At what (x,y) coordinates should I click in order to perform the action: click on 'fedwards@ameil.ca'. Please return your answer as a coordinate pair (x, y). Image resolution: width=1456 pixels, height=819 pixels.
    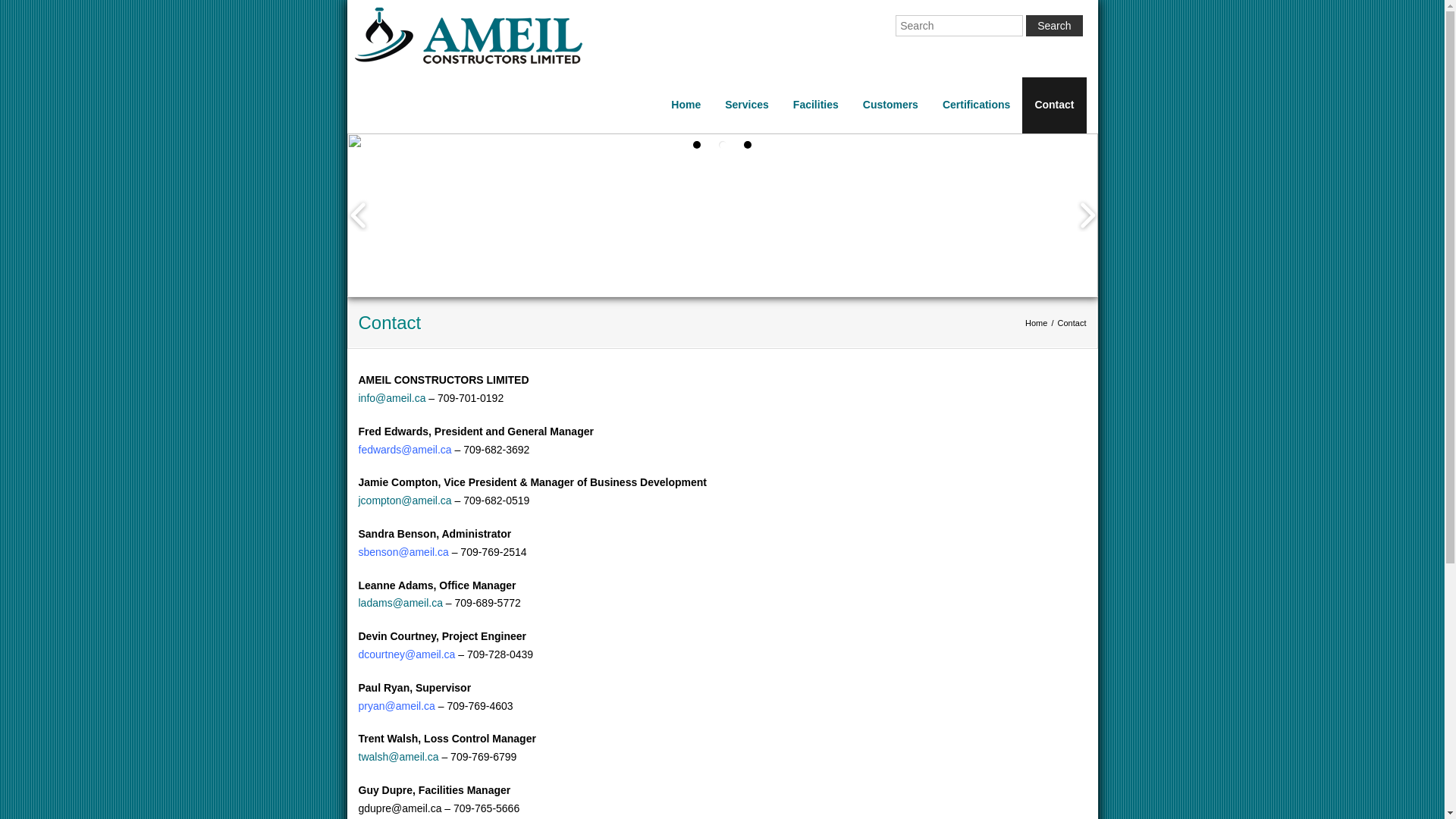
    Looking at the image, I should click on (404, 449).